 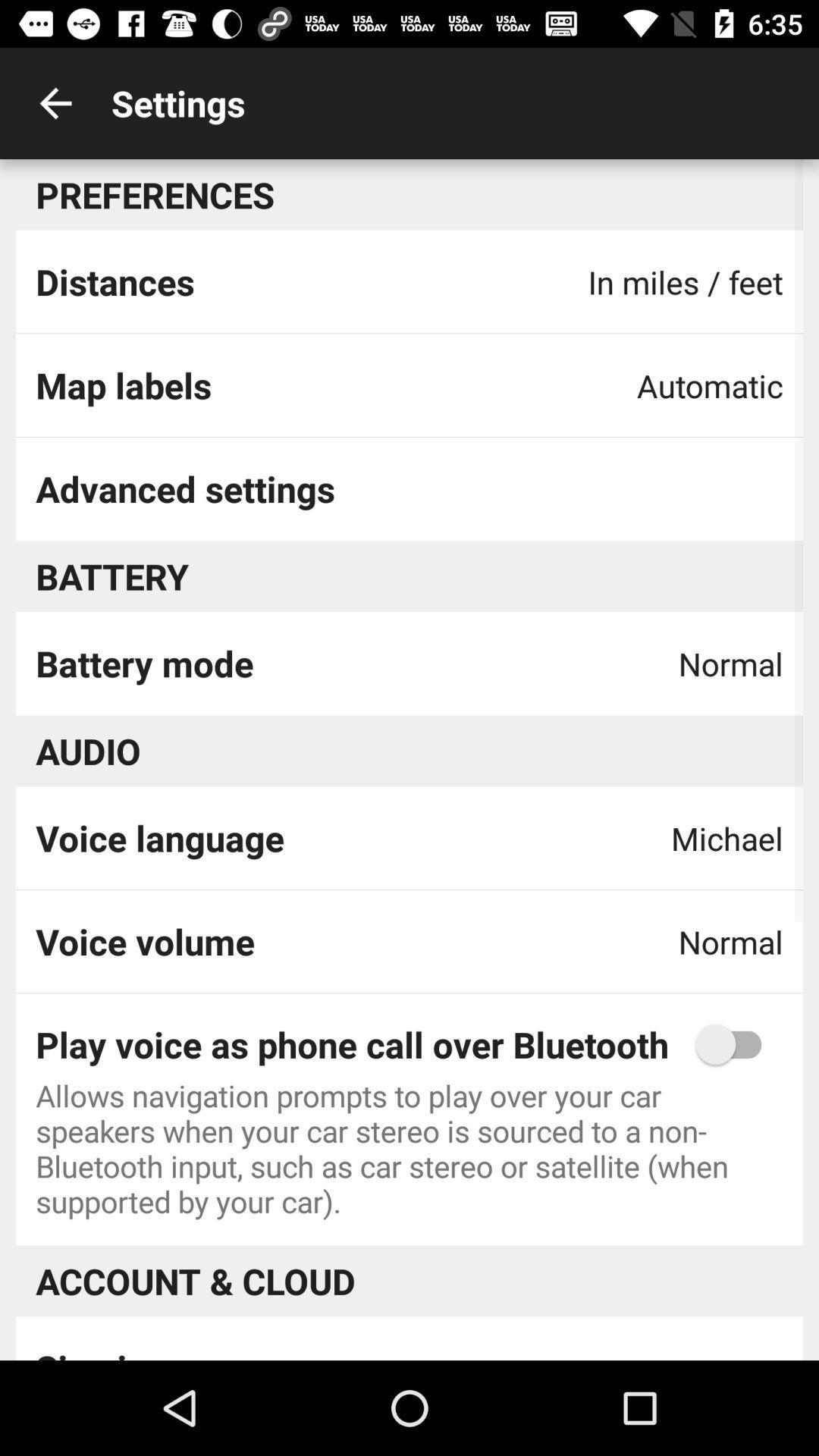 I want to click on icon above advanced settings item, so click(x=123, y=385).